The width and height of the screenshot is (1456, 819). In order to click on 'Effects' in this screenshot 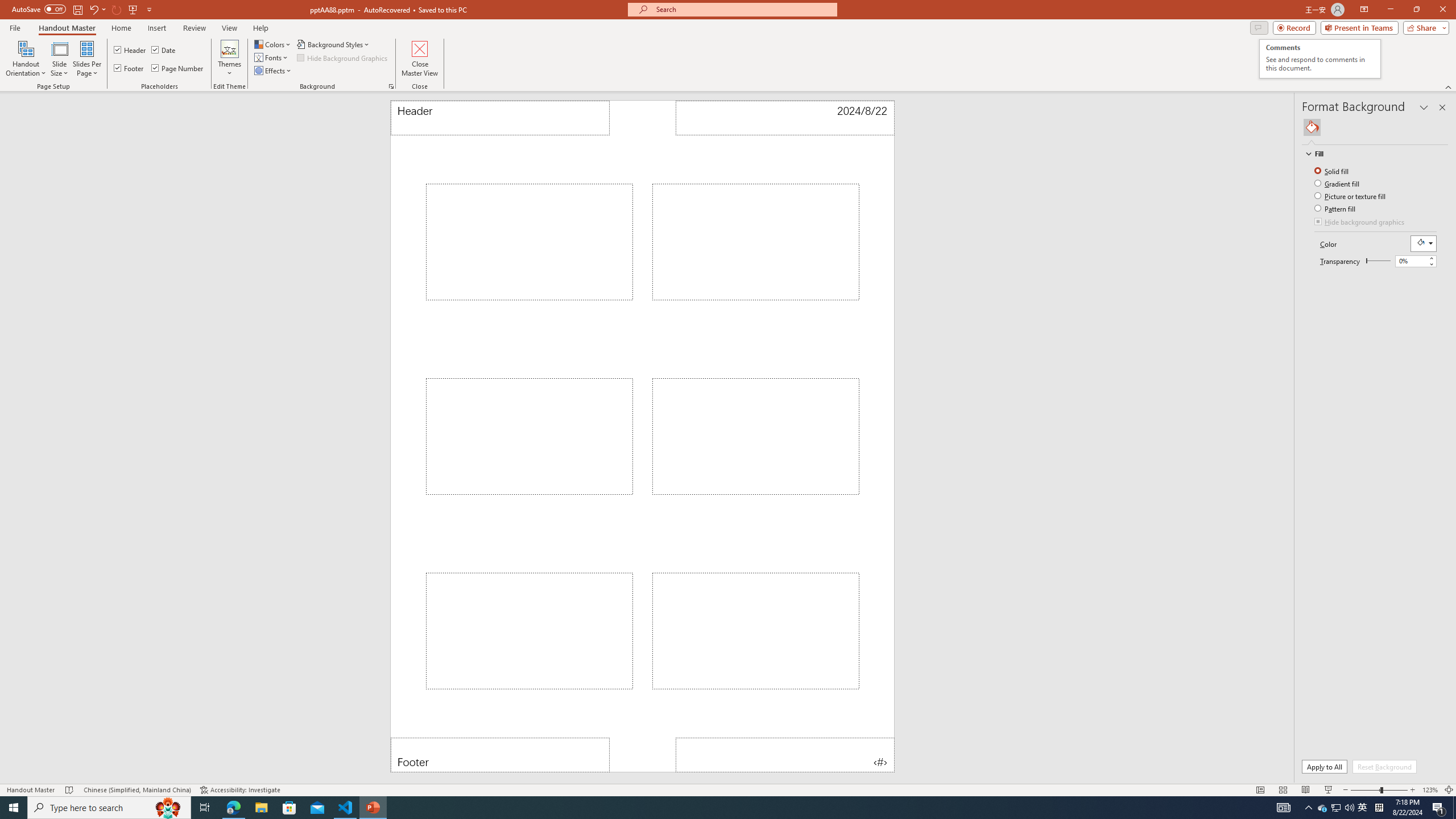, I will do `click(274, 69)`.